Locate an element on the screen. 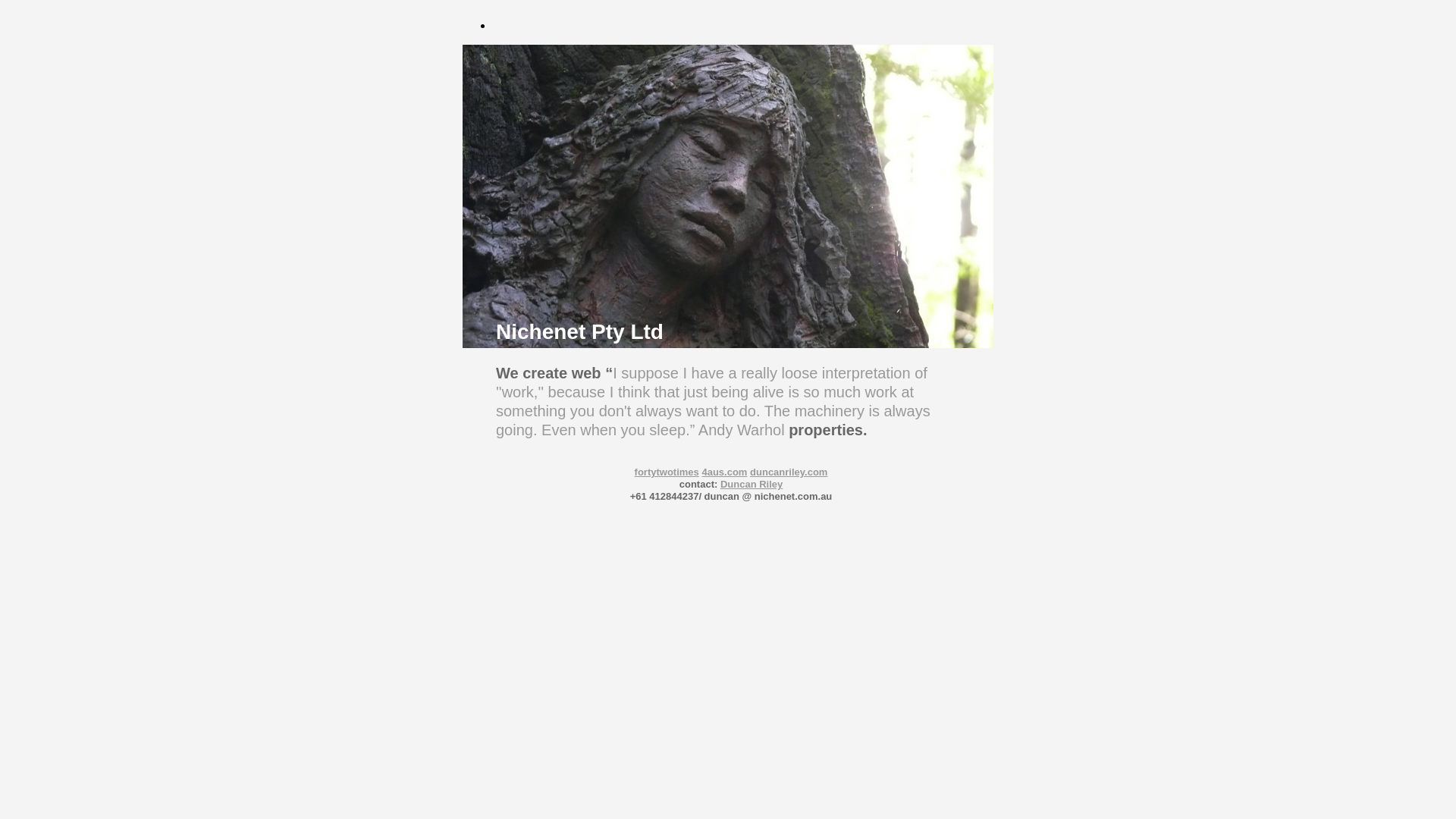  '4aus.com' is located at coordinates (723, 471).